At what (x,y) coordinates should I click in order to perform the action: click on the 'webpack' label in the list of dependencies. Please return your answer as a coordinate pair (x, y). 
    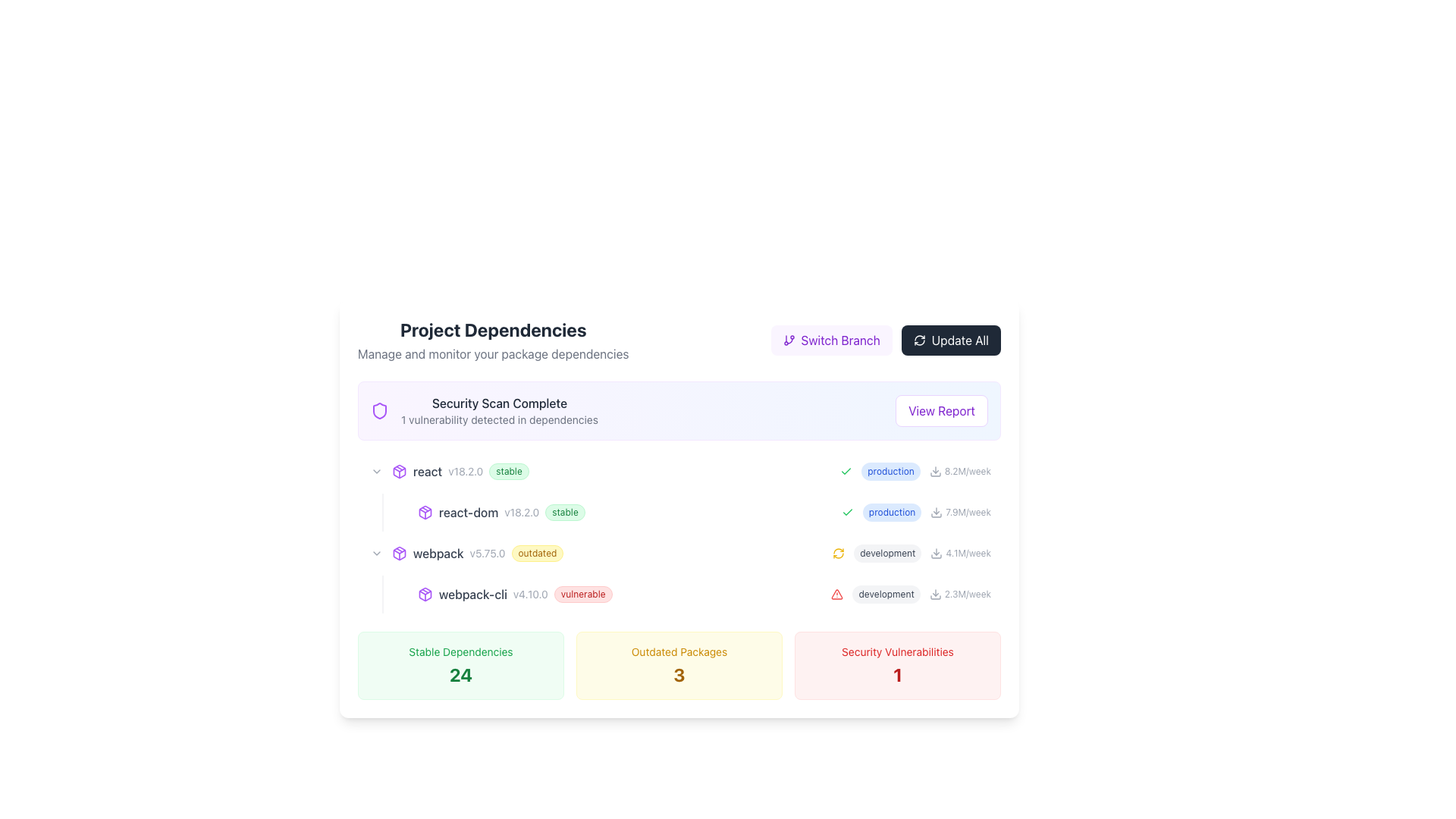
    Looking at the image, I should click on (438, 553).